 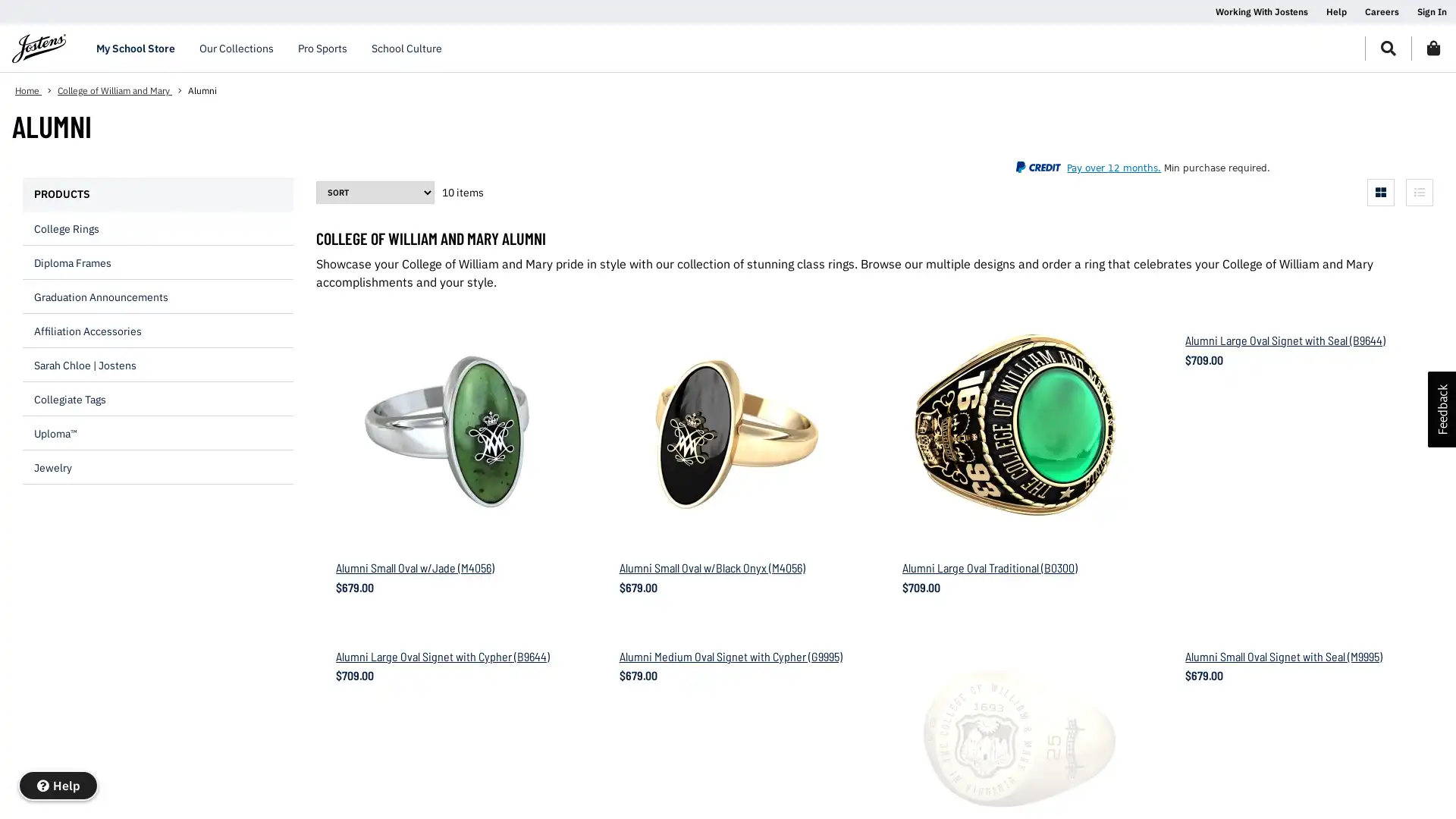 I want to click on Our Collections, so click(x=236, y=48).